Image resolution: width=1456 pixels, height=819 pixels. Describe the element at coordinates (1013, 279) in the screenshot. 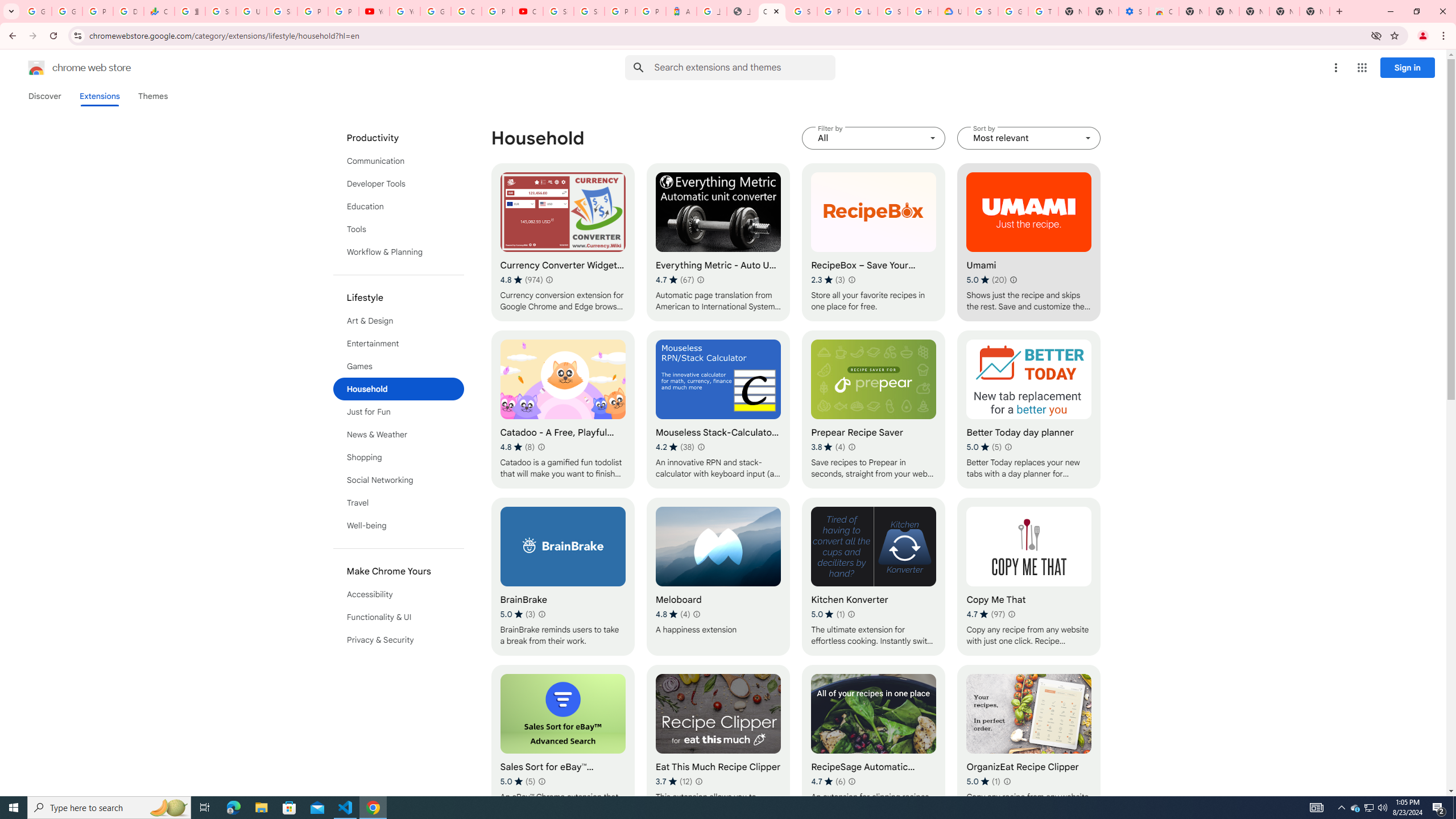

I see `'Learn more about results and reviews "Umami"'` at that location.